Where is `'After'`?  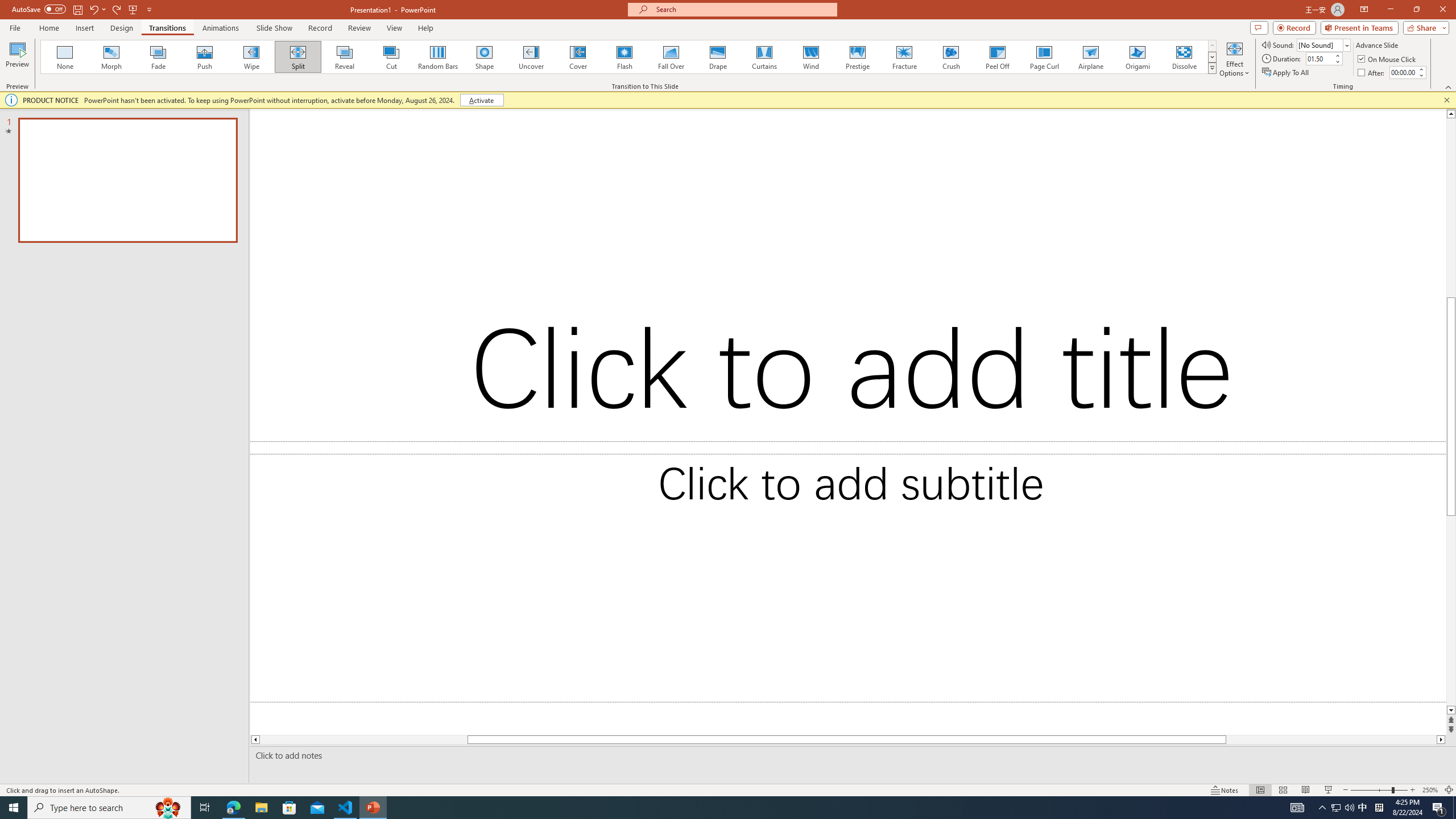
'After' is located at coordinates (1403, 72).